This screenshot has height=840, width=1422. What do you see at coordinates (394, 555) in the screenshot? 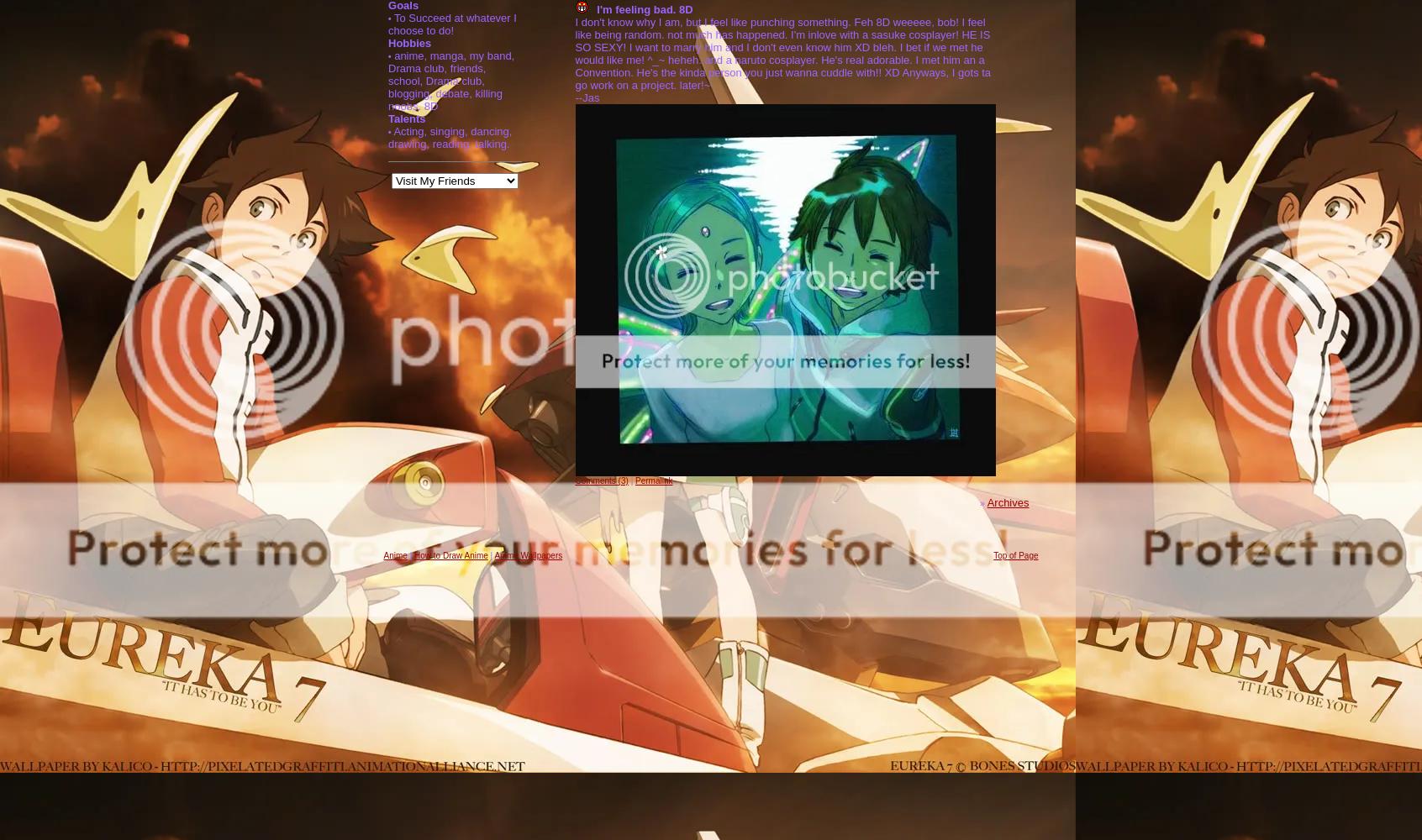
I see `'Anime'` at bounding box center [394, 555].